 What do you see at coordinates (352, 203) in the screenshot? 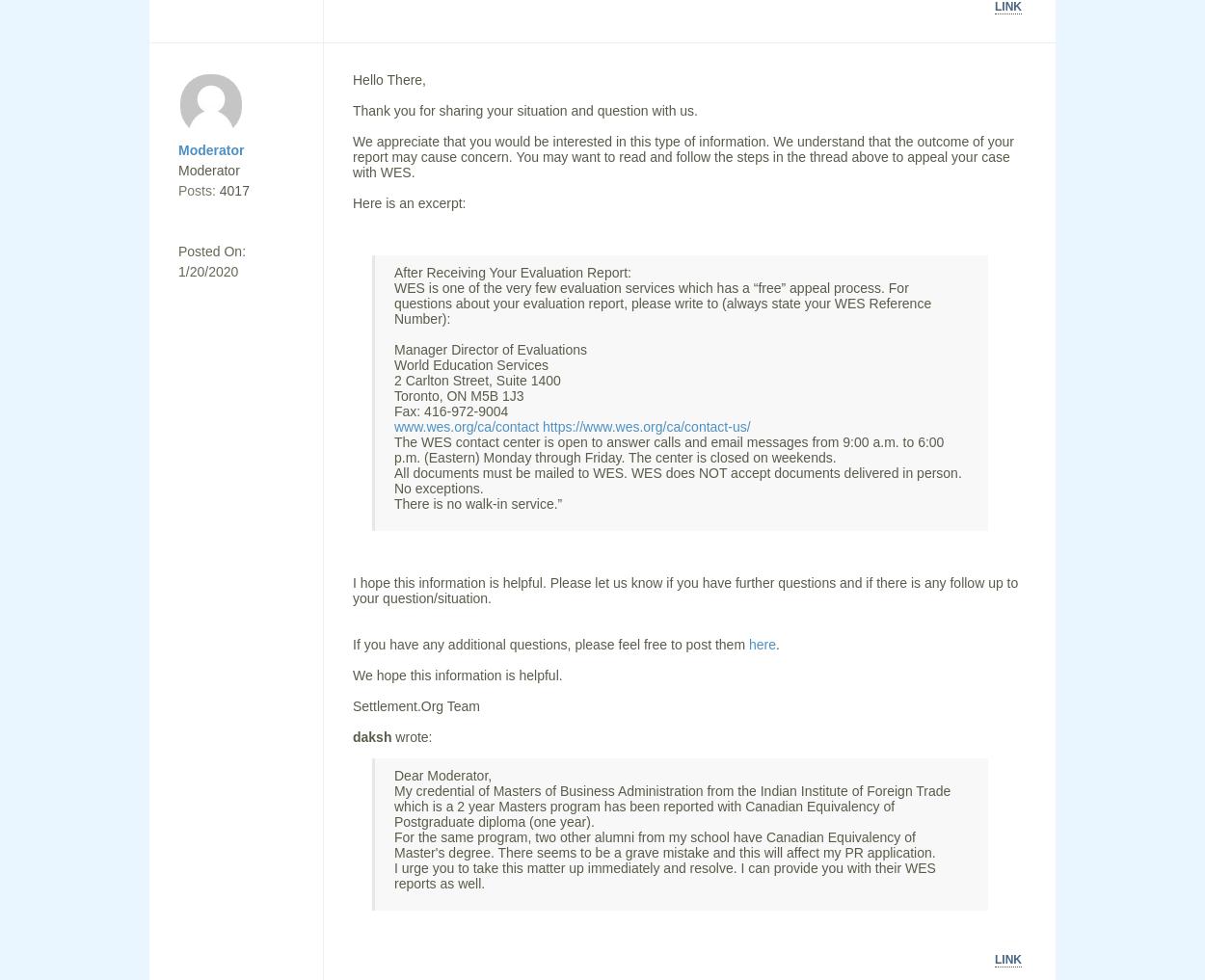
I see `'Here is an excerpt:'` at bounding box center [352, 203].